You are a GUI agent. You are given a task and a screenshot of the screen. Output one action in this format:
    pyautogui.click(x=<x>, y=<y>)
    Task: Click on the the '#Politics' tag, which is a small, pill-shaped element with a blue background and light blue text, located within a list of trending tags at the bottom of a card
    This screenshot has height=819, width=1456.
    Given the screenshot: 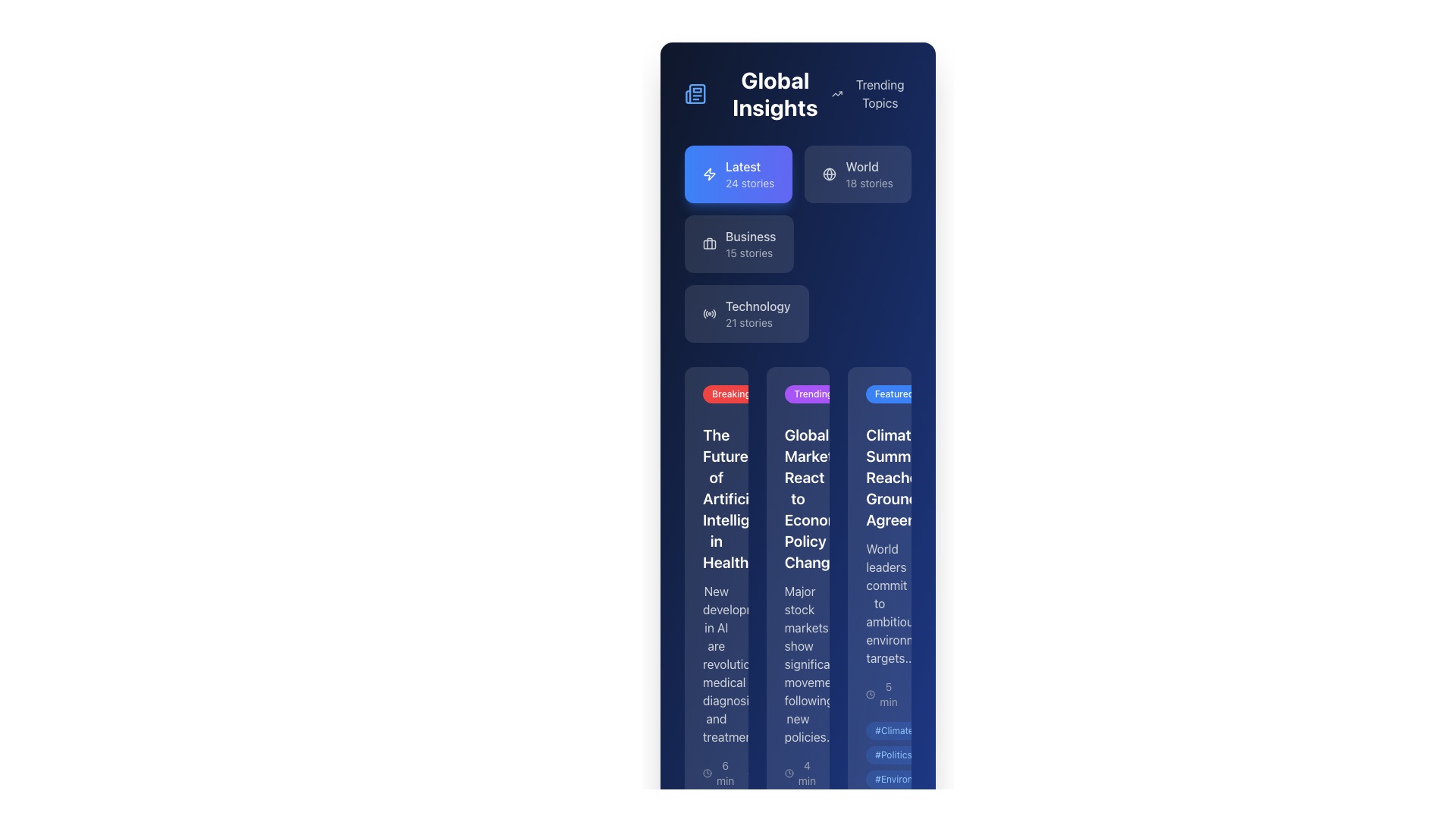 What is the action you would take?
    pyautogui.click(x=893, y=755)
    